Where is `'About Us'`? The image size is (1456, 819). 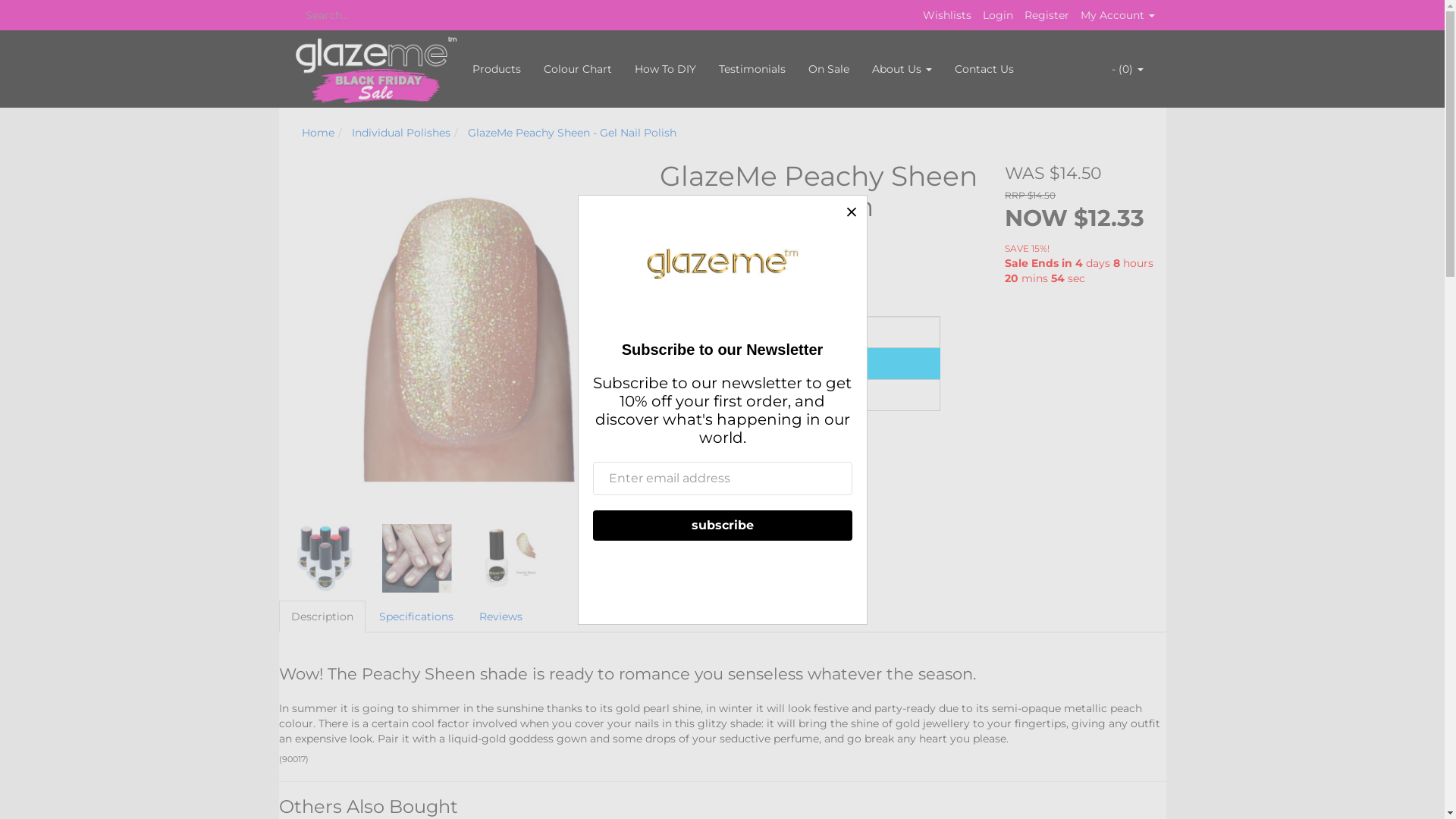
'About Us' is located at coordinates (859, 69).